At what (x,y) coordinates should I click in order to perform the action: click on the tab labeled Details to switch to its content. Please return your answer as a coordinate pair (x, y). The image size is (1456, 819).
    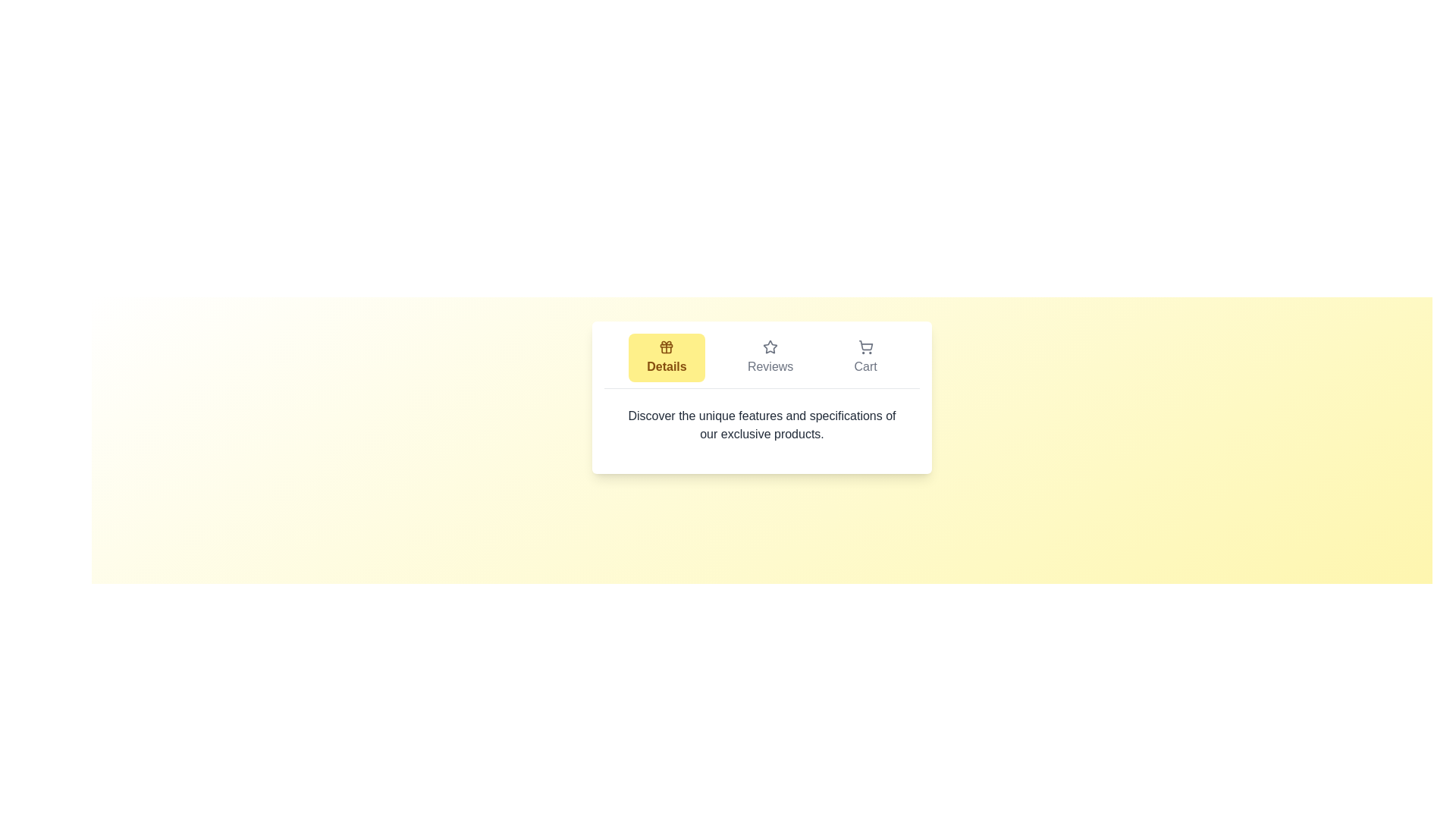
    Looking at the image, I should click on (666, 357).